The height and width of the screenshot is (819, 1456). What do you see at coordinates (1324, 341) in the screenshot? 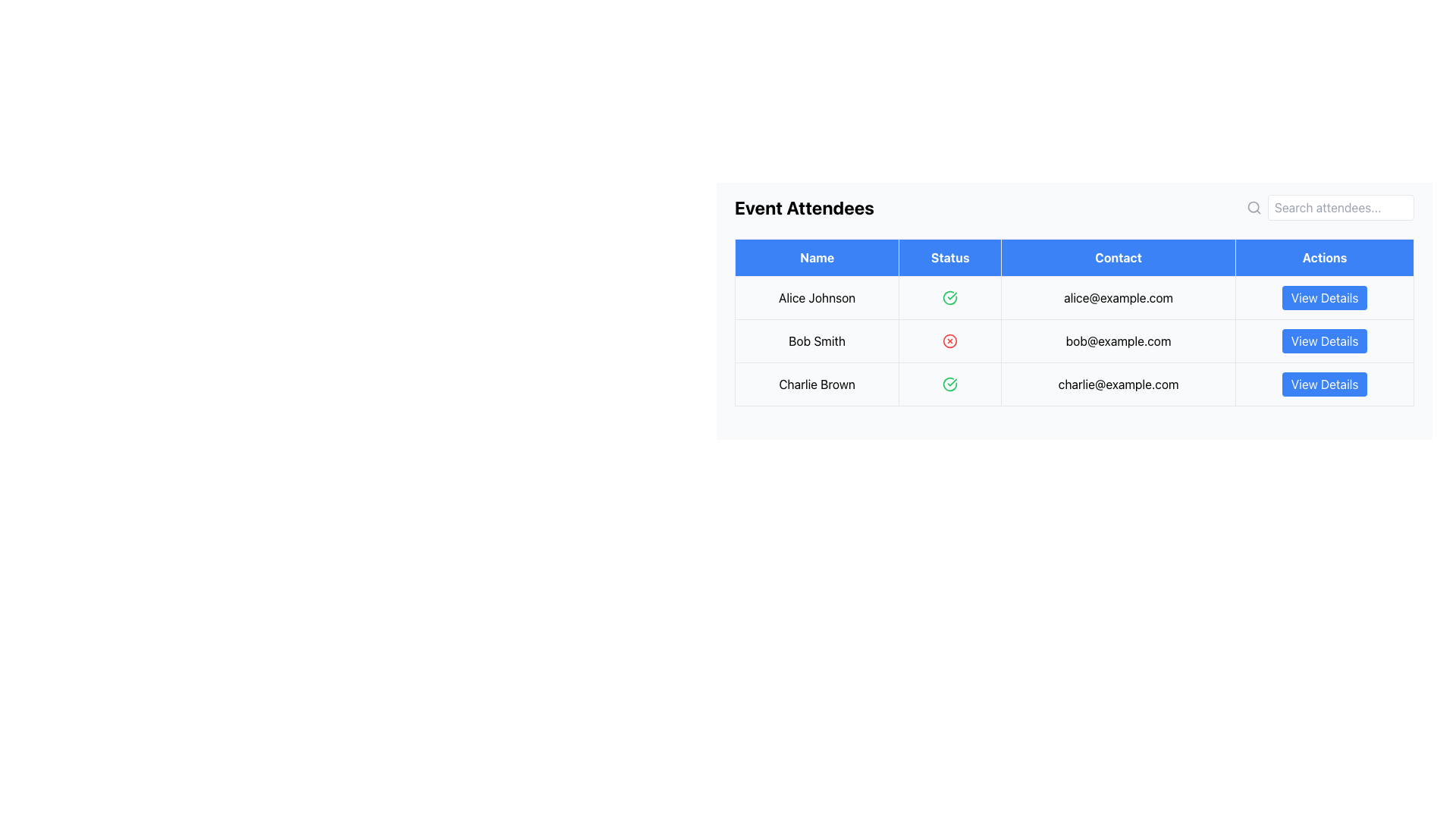
I see `the blue 'View Details' button with white text in the 'Actions' column for the contact 'bob@example.com'` at bounding box center [1324, 341].